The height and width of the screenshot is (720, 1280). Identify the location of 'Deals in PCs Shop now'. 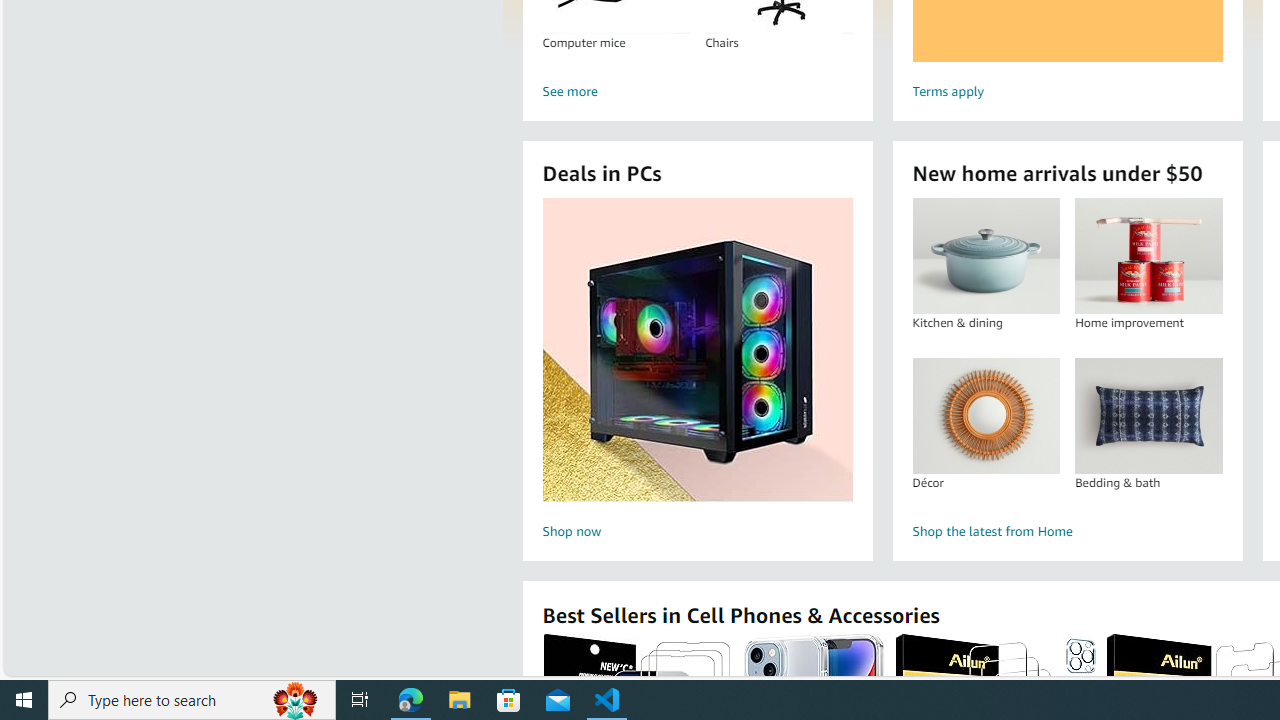
(697, 371).